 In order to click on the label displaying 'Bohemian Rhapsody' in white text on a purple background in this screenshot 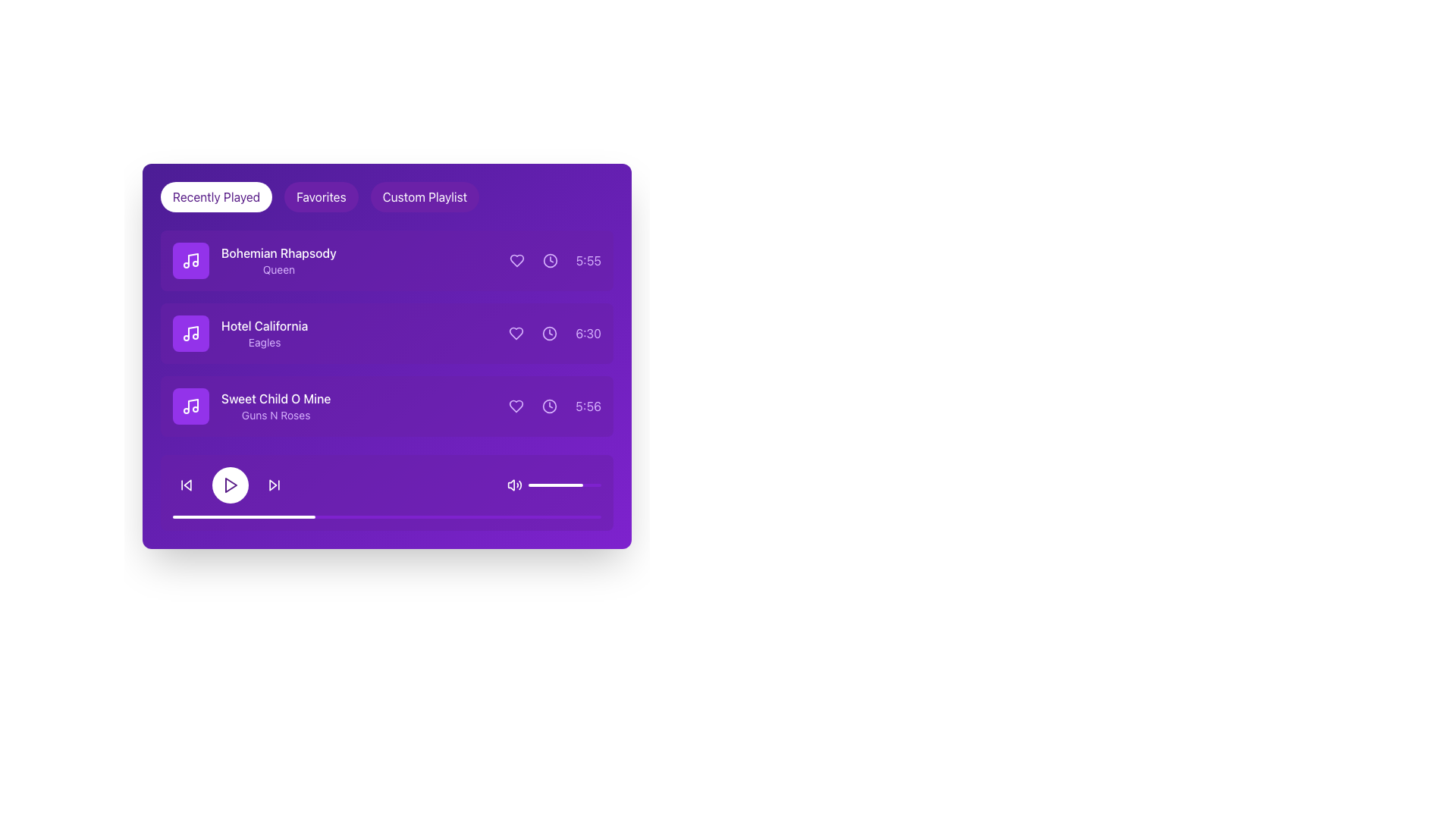, I will do `click(278, 253)`.